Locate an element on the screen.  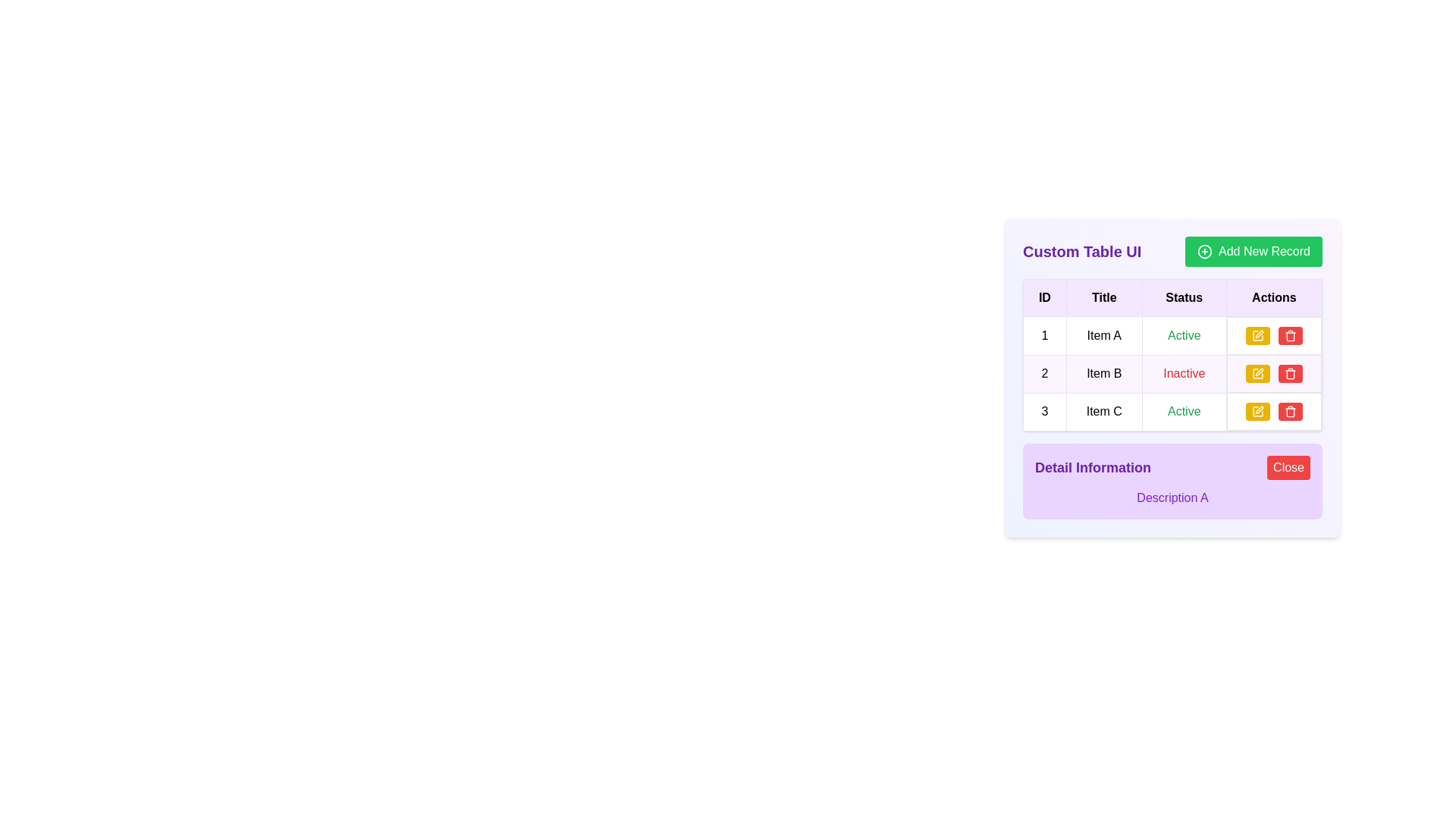
the 'Active' text label in green located in the third row under the 'Status' column of the table, adjacent to 'Item C' and the 'Actions' buttons is located at coordinates (1183, 412).